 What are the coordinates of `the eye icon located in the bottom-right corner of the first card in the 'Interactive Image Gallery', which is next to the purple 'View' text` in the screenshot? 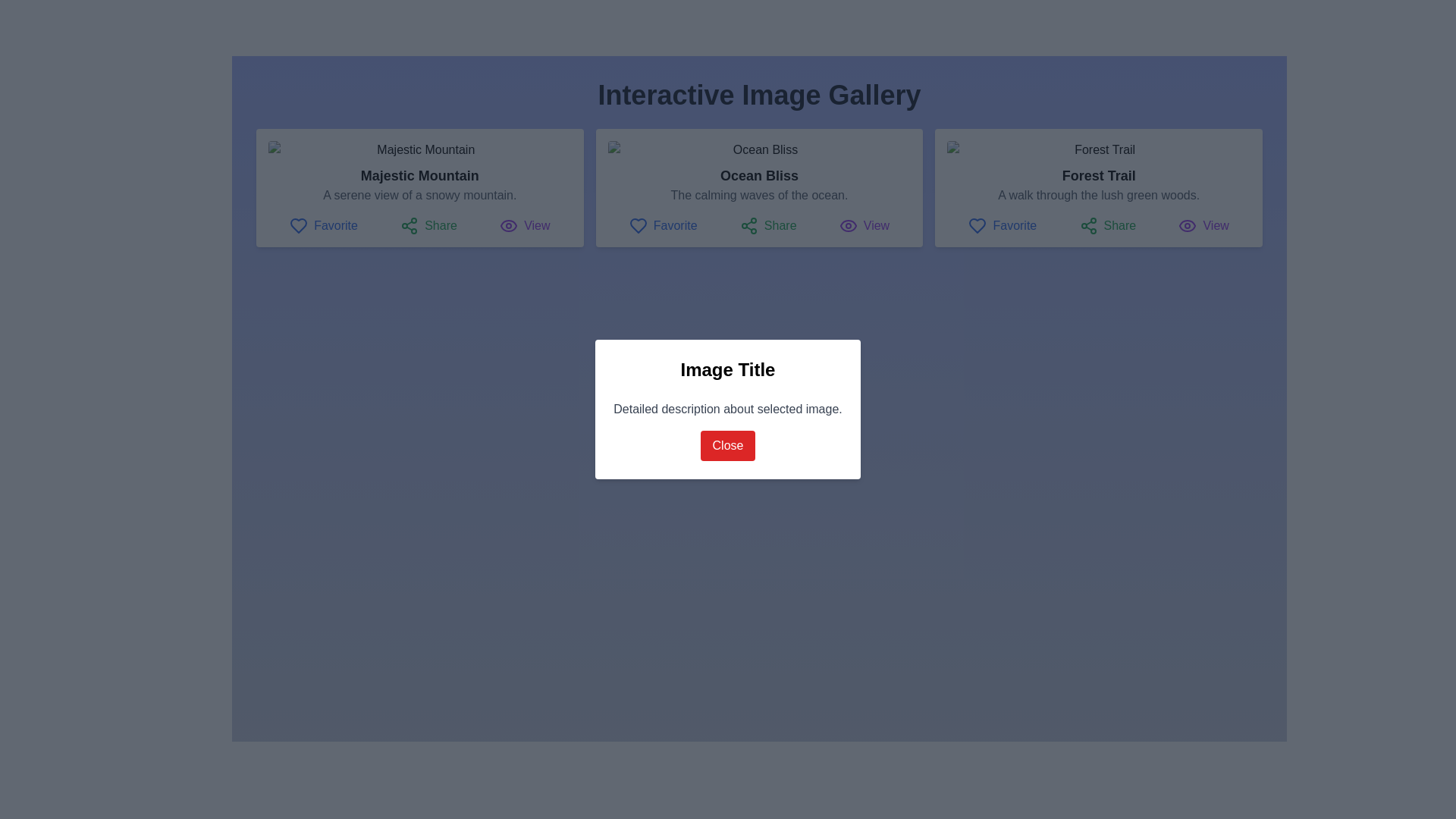 It's located at (509, 225).